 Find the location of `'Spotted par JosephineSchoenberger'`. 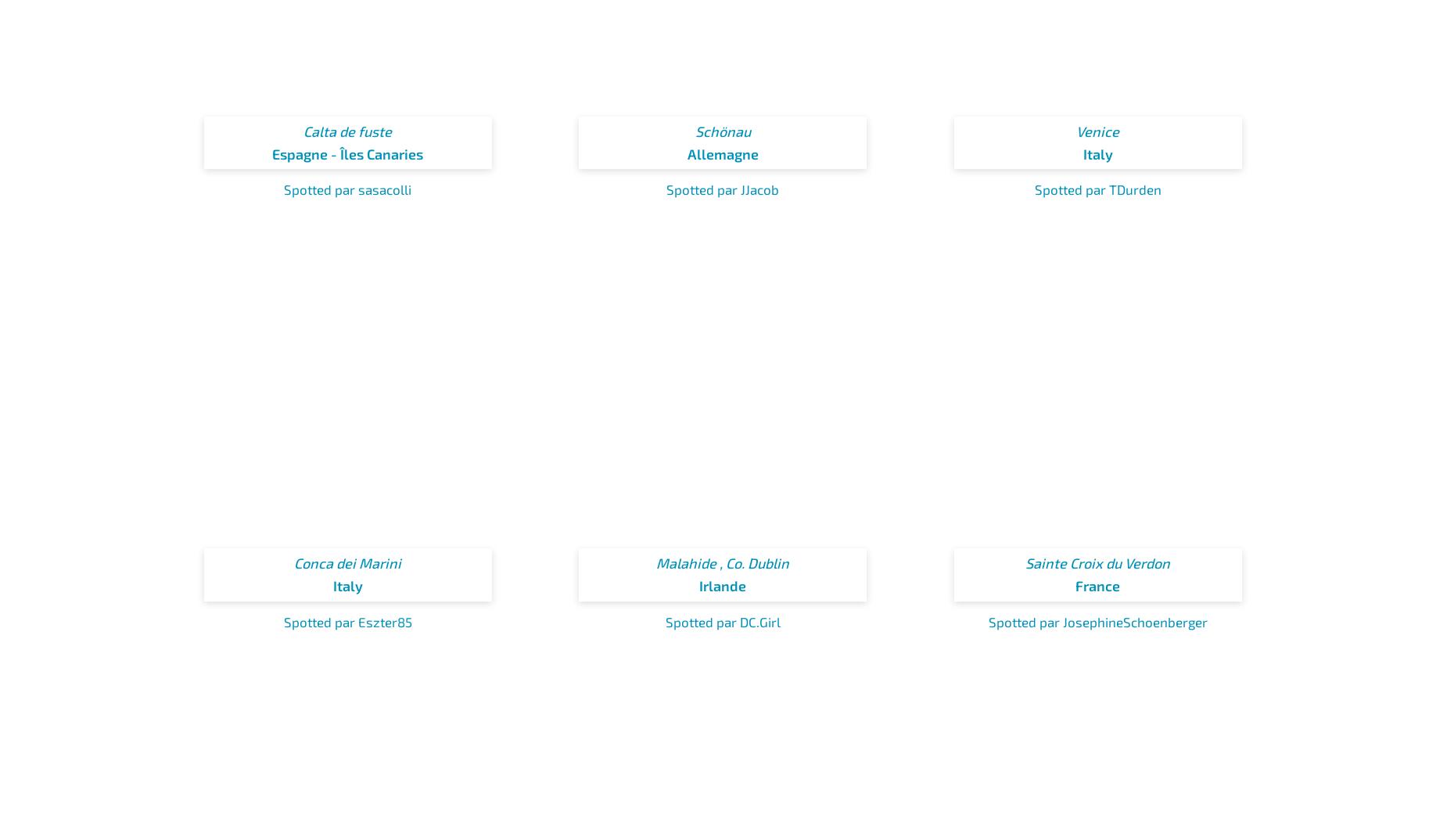

'Spotted par JosephineSchoenberger' is located at coordinates (986, 620).